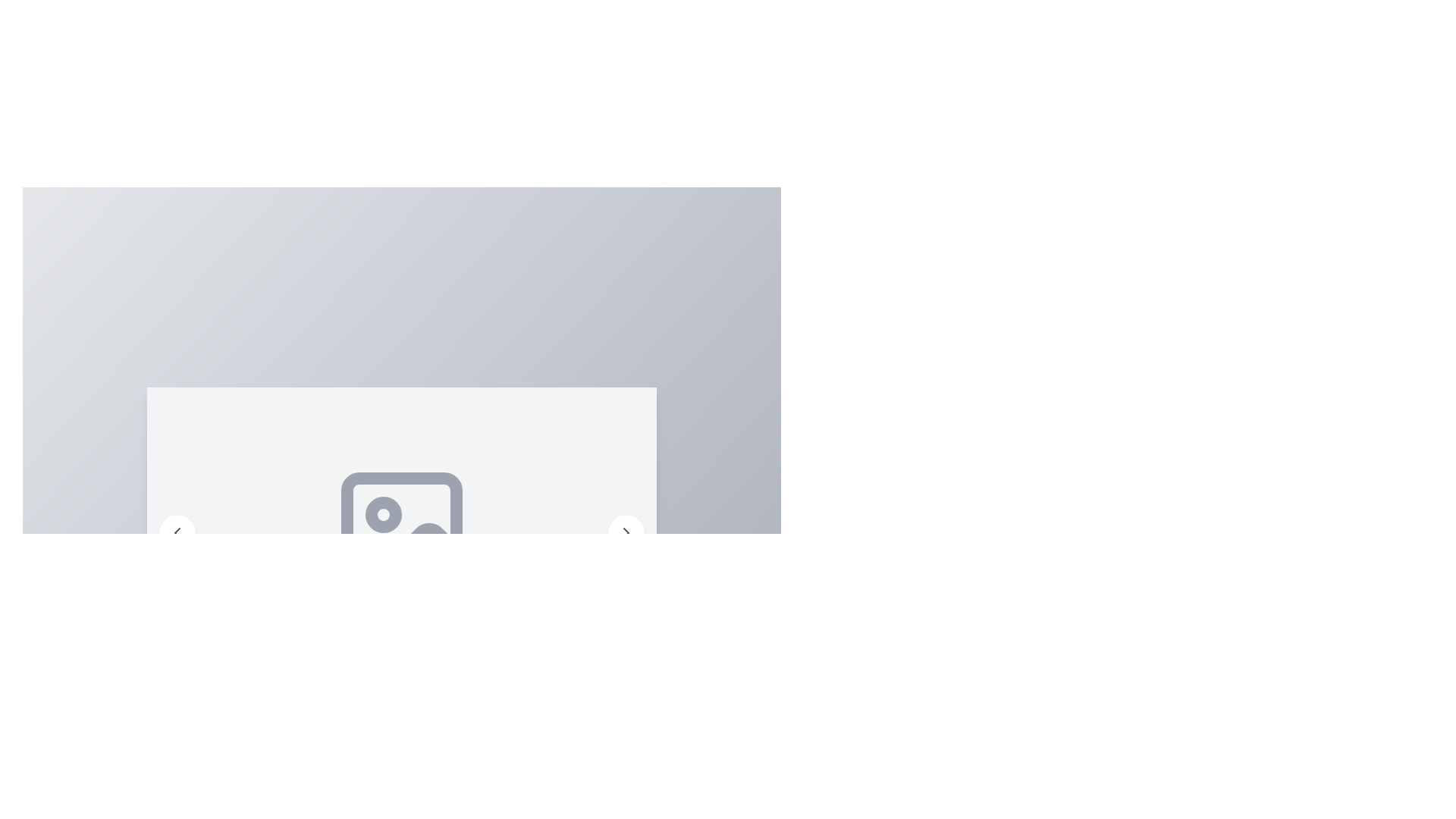  I want to click on the chevron icon located at the bottom-right corner of the interface, so click(626, 532).